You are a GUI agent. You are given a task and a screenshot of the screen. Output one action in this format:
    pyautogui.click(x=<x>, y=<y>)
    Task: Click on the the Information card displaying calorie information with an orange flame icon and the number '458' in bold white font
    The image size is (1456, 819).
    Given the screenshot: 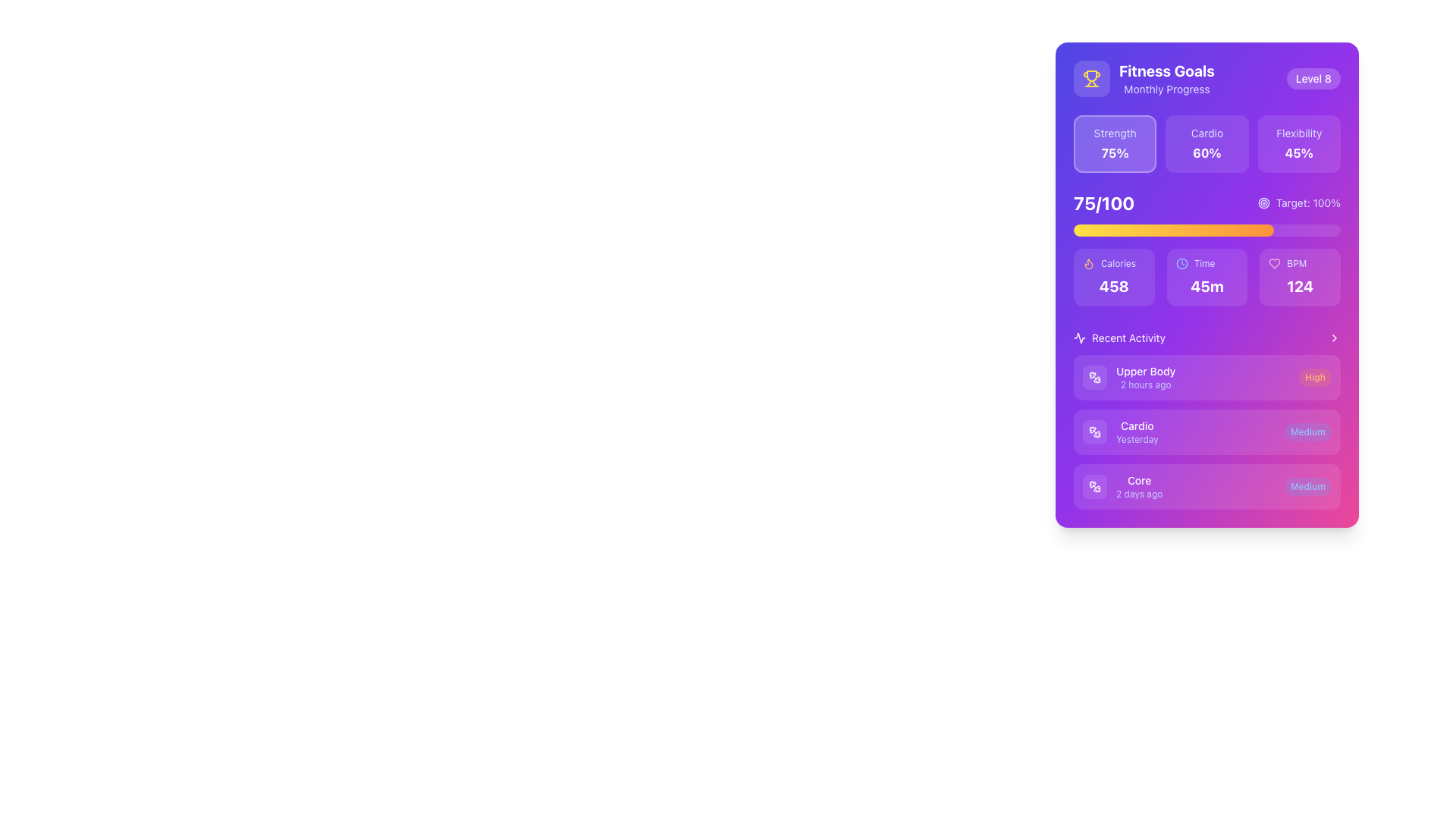 What is the action you would take?
    pyautogui.click(x=1114, y=278)
    